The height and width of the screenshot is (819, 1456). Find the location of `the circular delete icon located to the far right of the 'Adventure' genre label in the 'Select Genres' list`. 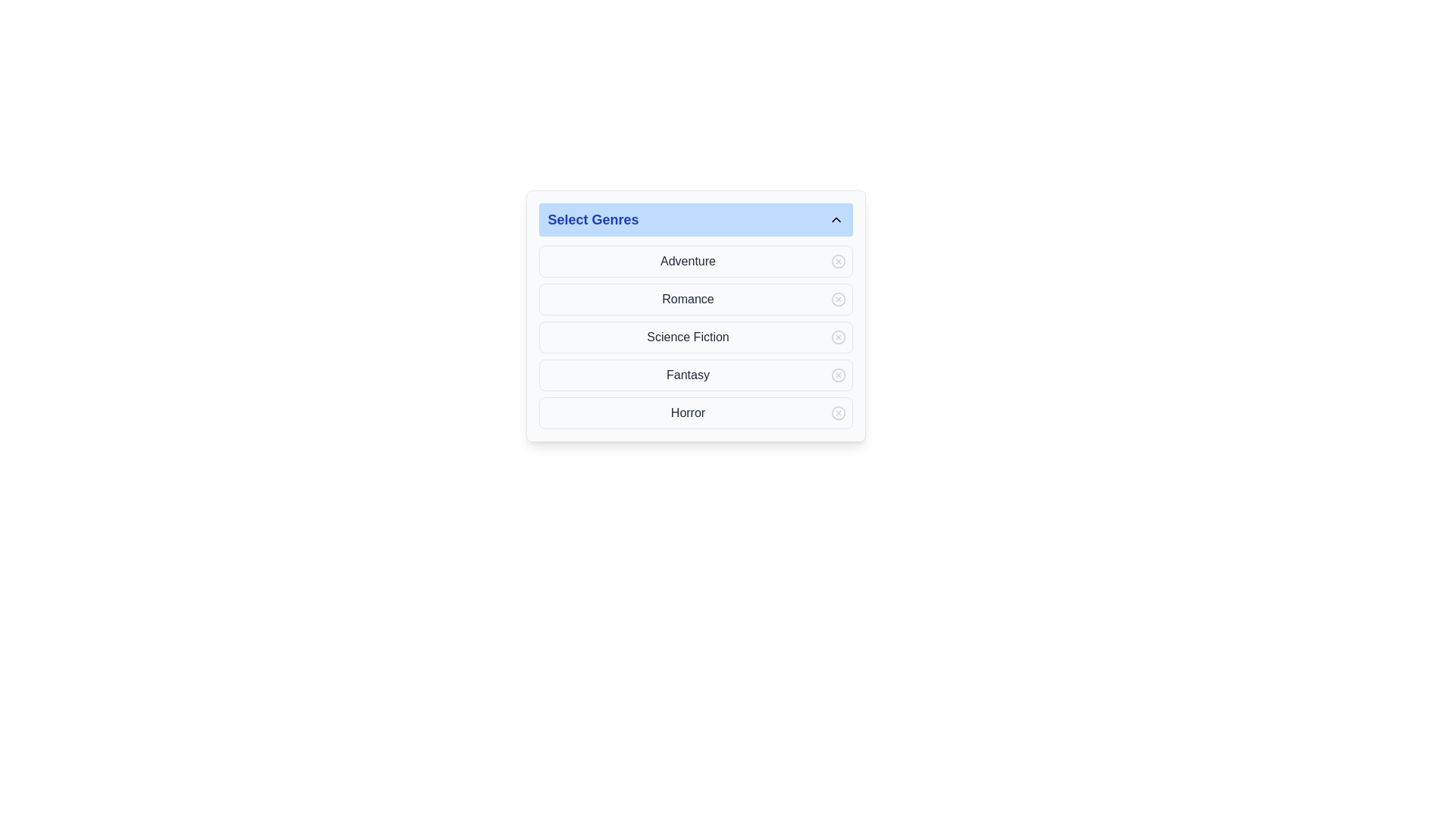

the circular delete icon located to the far right of the 'Adventure' genre label in the 'Select Genres' list is located at coordinates (837, 260).